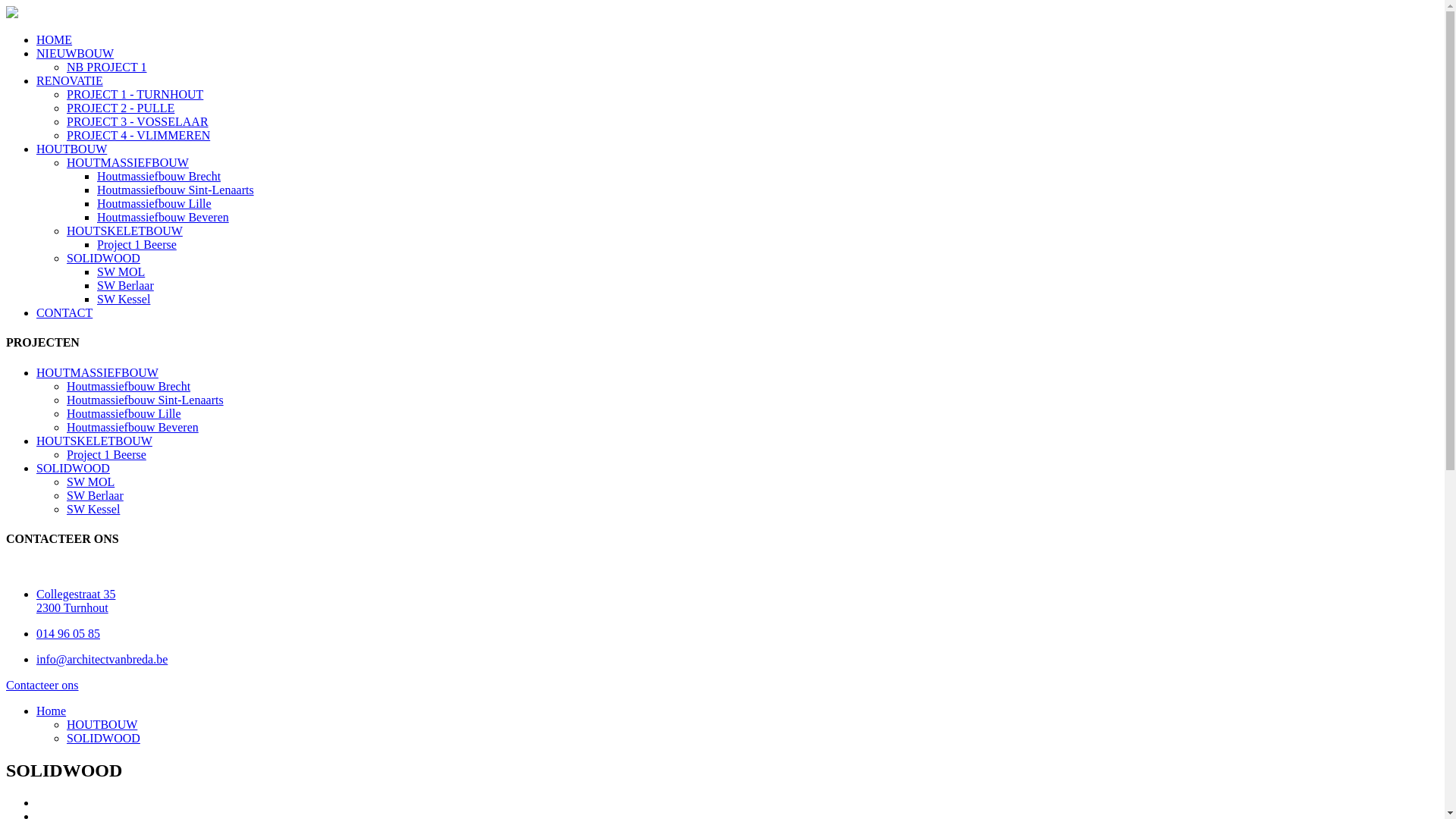  Describe the element at coordinates (36, 711) in the screenshot. I see `'Home'` at that location.